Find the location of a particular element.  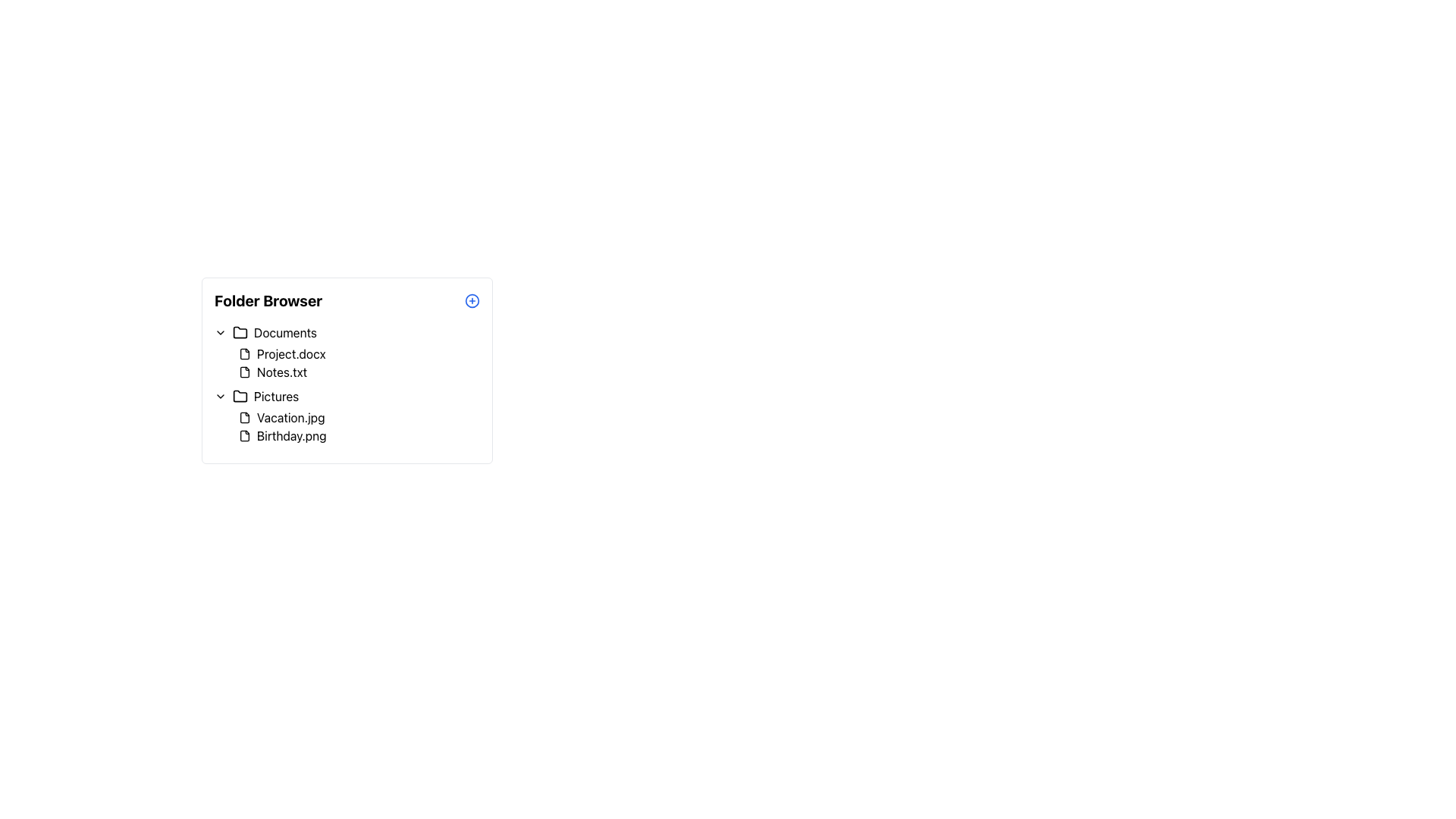

the file icon next to the 'Birthday.png' text is located at coordinates (244, 435).